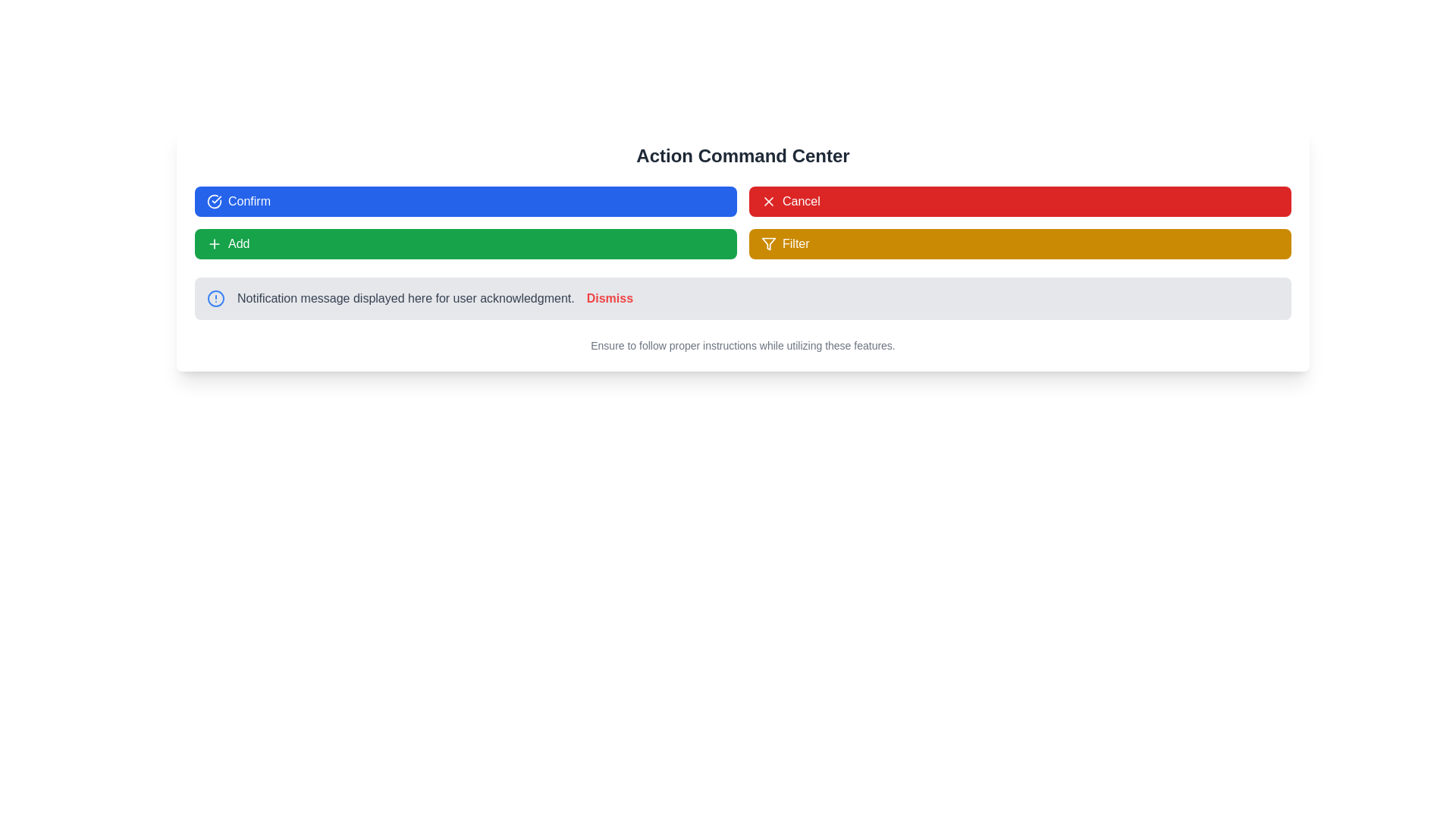  What do you see at coordinates (768, 243) in the screenshot?
I see `the filtering icon within the 'Filter' button located in the top-right section of the interface, which is the fourth button in the action button group` at bounding box center [768, 243].